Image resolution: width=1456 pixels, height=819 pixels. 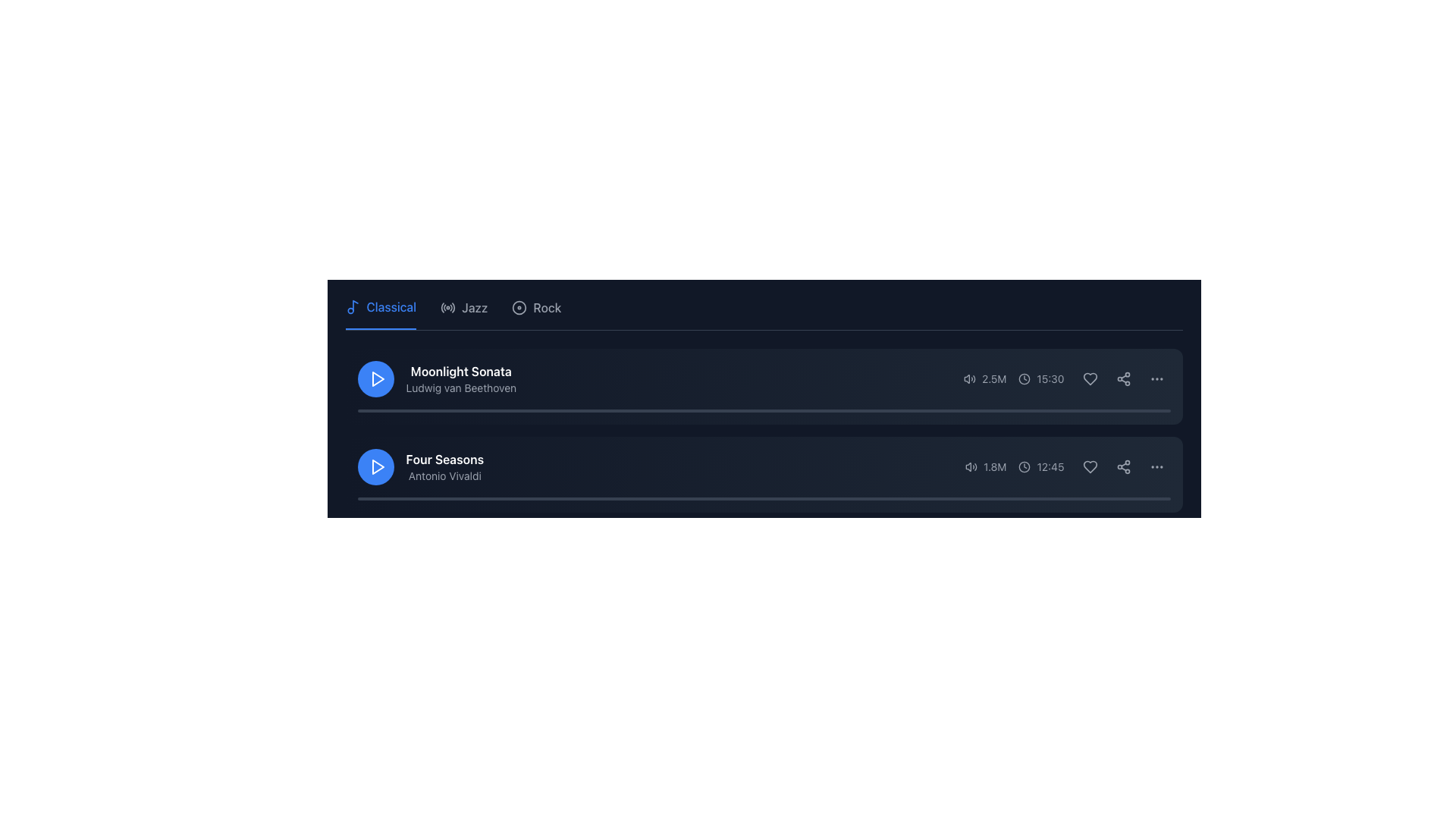 I want to click on text label that serves as the title for the music track, positioned above the 'Antonio Vivaldi' label and below the 'Moonlight Sonata' entry, so click(x=444, y=458).